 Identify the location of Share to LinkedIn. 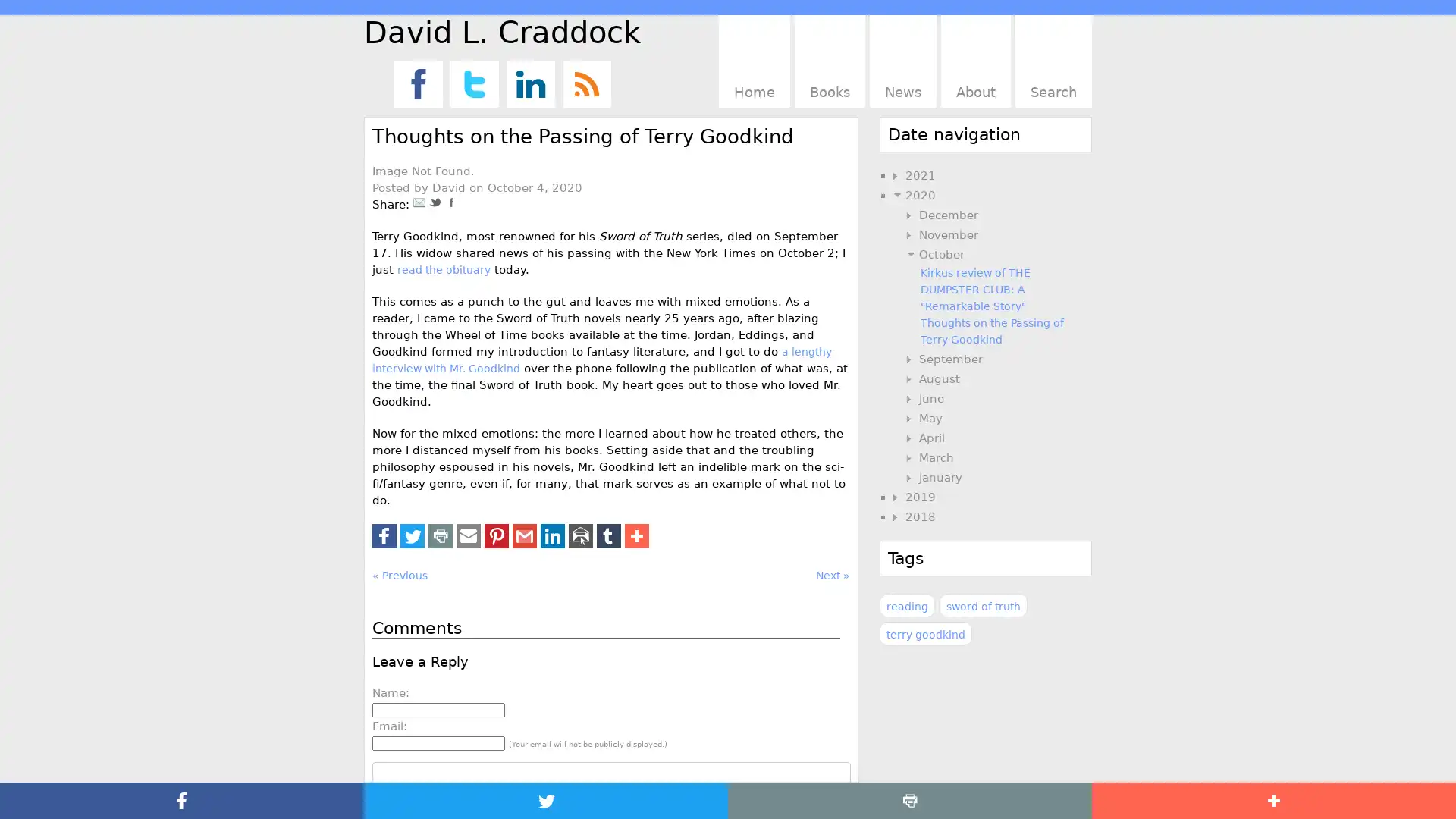
(552, 535).